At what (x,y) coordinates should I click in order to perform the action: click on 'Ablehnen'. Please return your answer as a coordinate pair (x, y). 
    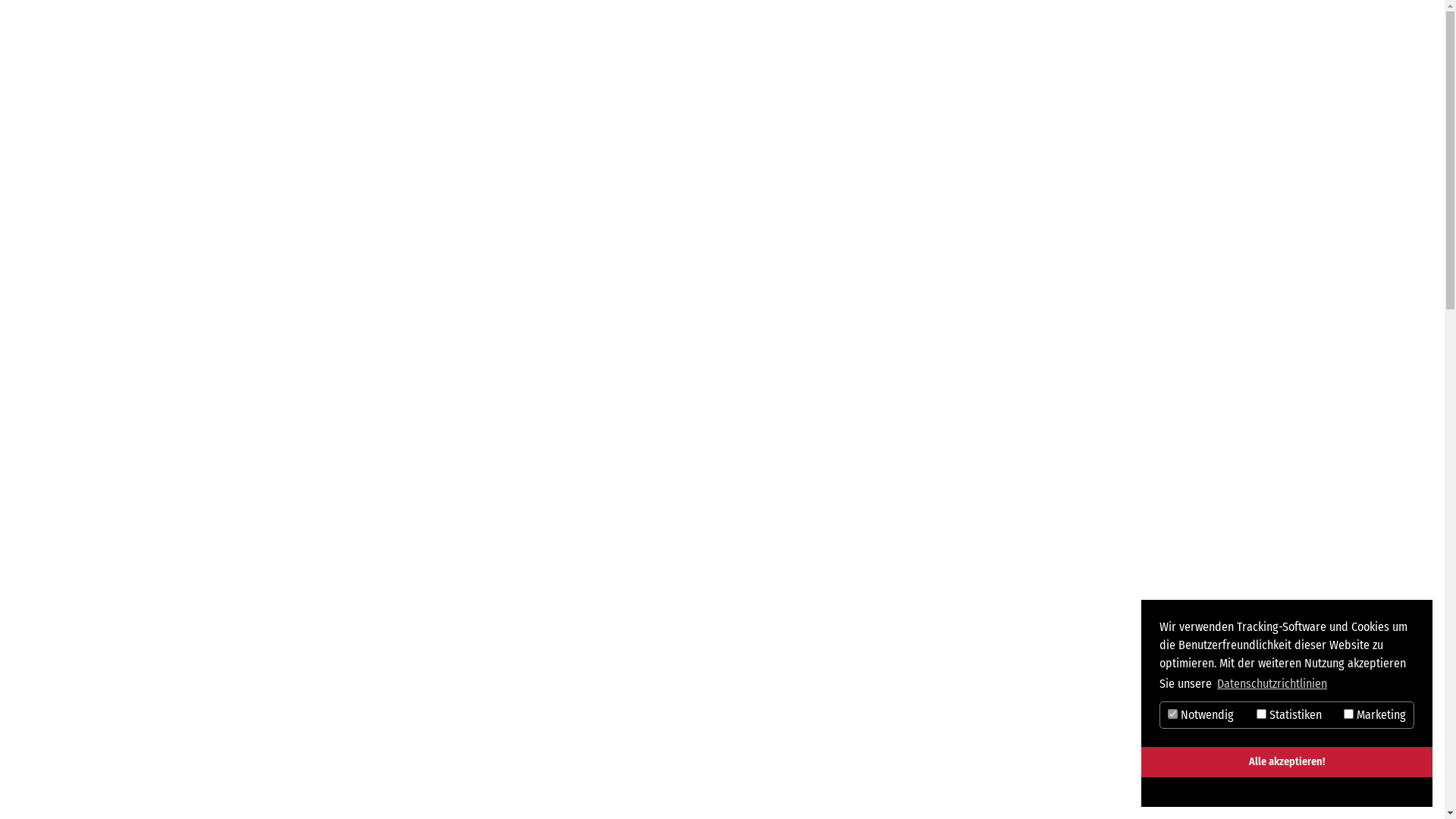
    Looking at the image, I should click on (1360, 791).